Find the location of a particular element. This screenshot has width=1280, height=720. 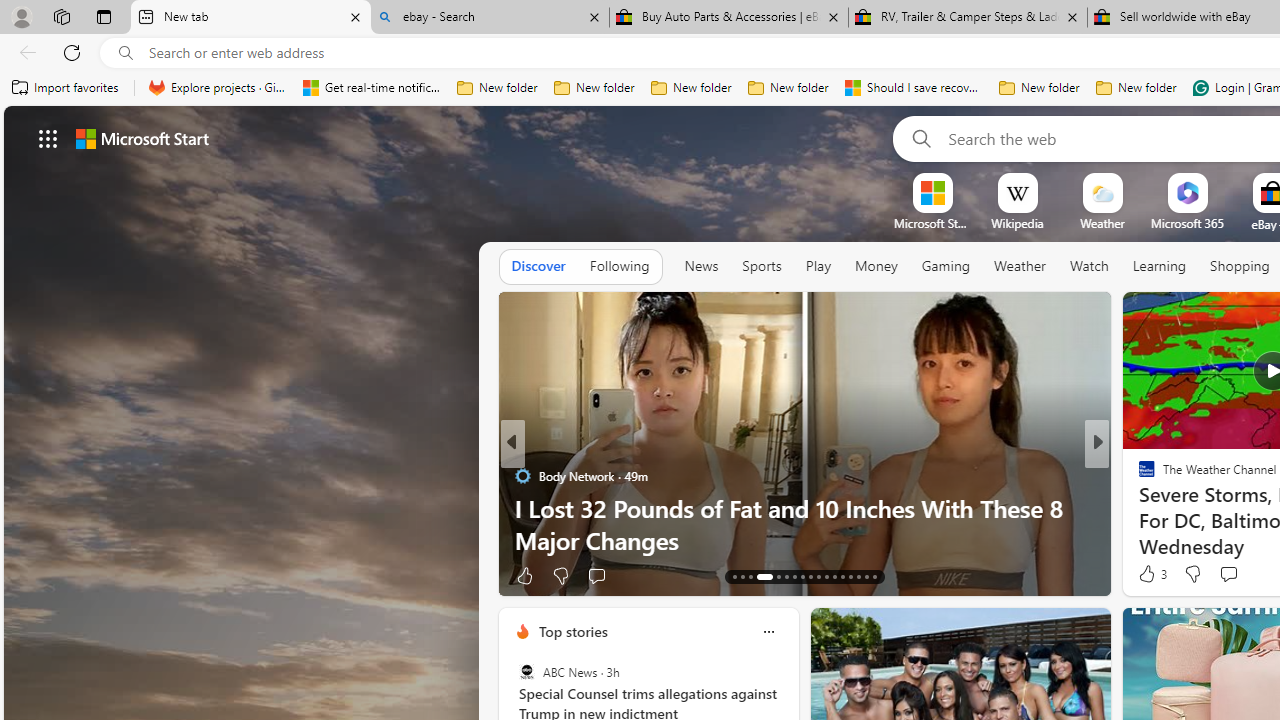

'Should I save recovered Word documents? - Microsoft Support' is located at coordinates (912, 87).